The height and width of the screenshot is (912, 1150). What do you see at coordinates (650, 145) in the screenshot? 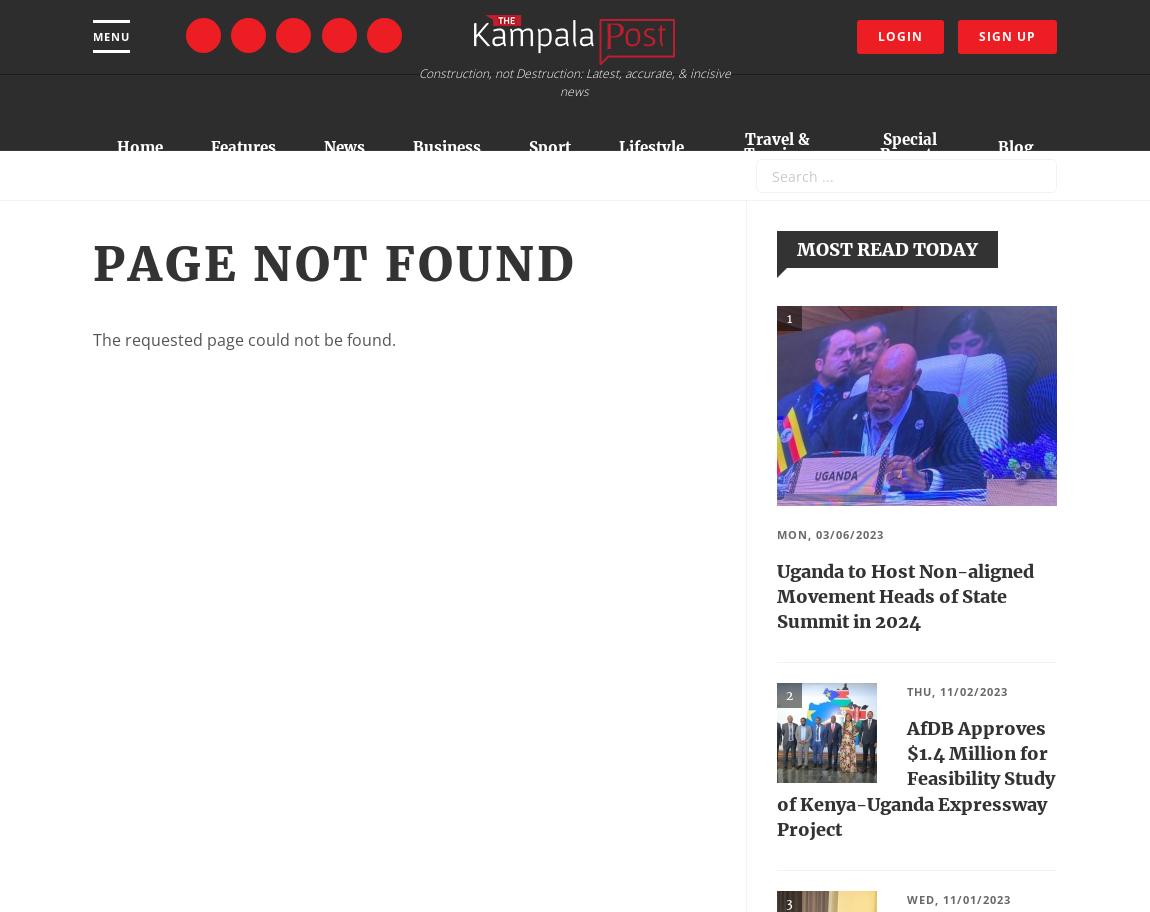
I see `'Lifestyle'` at bounding box center [650, 145].